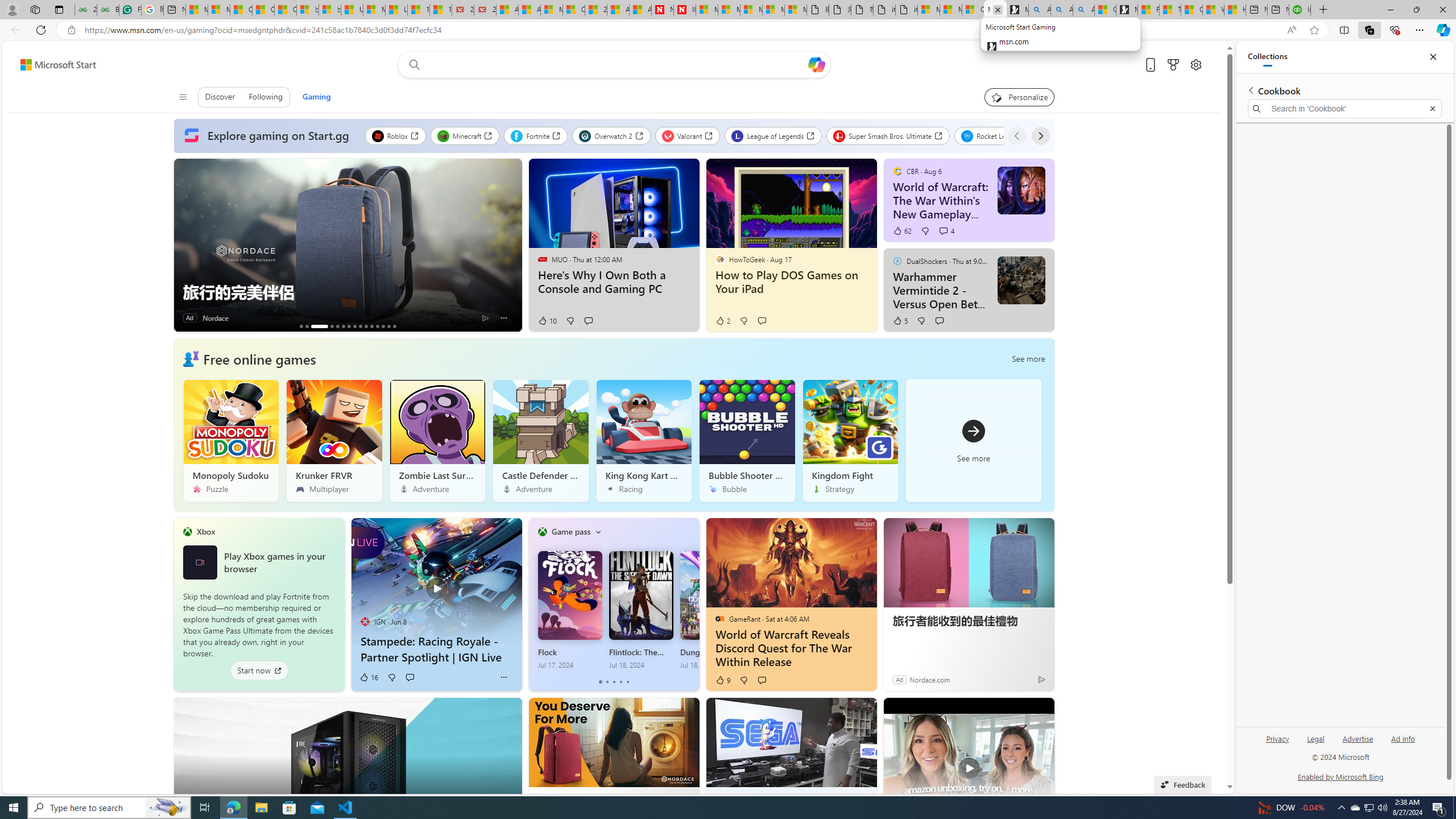 This screenshot has height=819, width=1456. What do you see at coordinates (897, 260) in the screenshot?
I see `'DualShockers'` at bounding box center [897, 260].